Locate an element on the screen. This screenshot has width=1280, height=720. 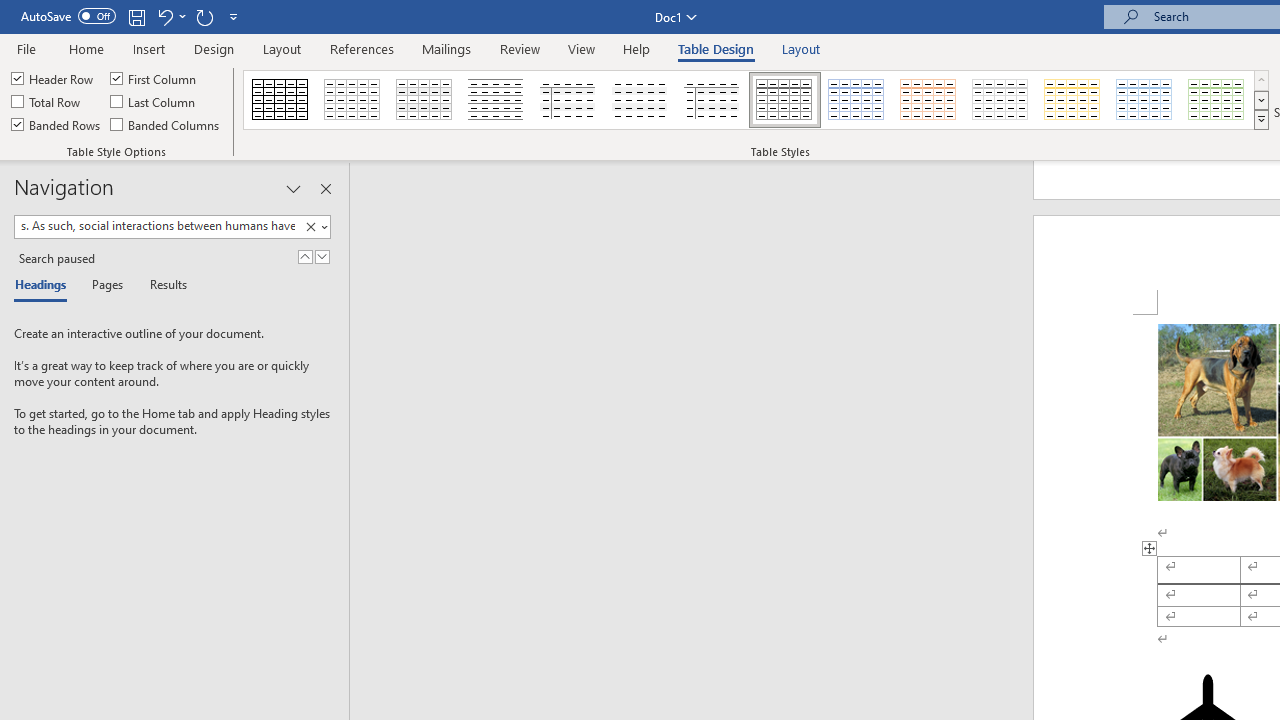
'Next Result' is located at coordinates (322, 256).